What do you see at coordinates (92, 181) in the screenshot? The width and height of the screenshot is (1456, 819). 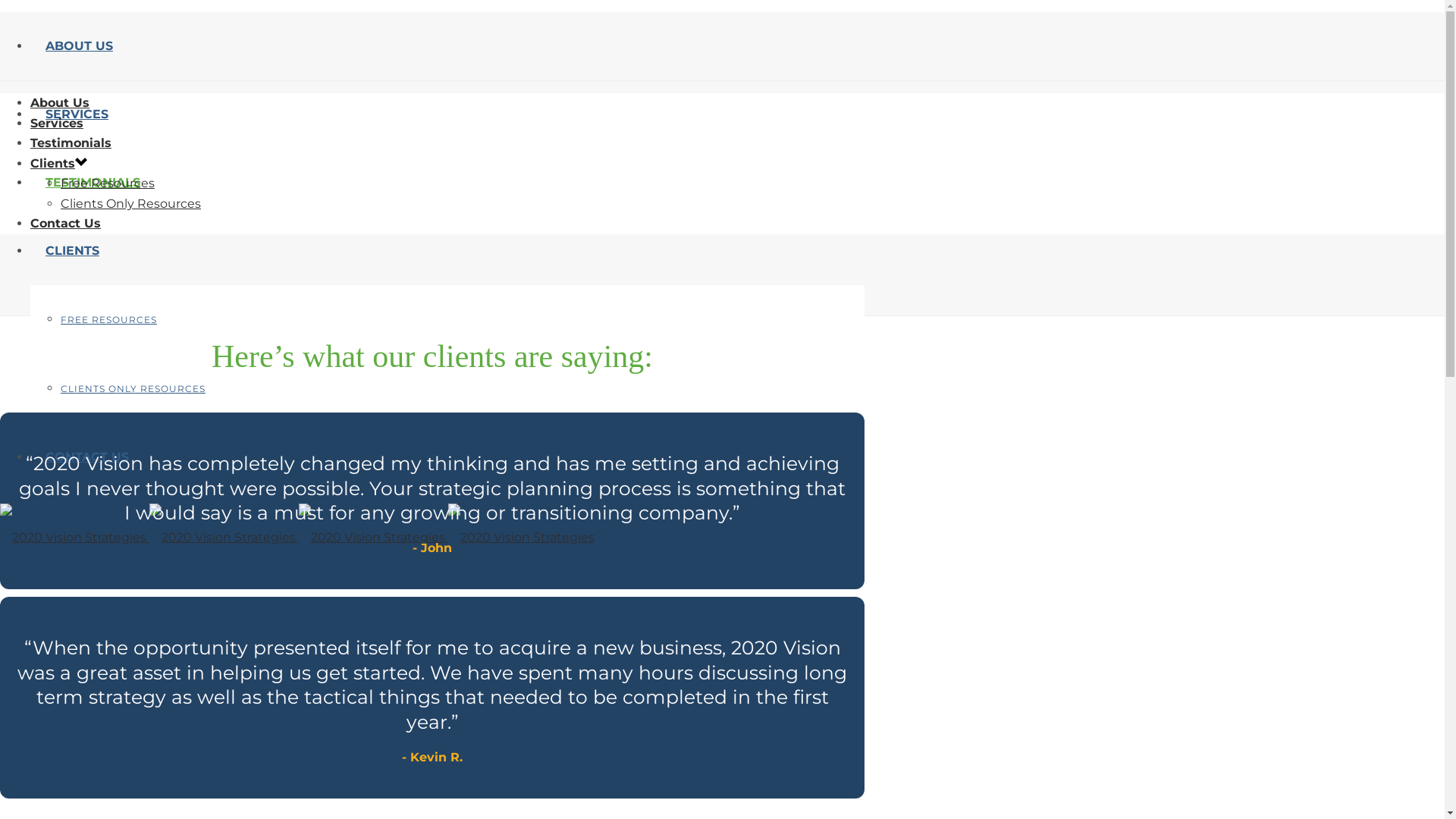 I see `'TESTIMONIALS'` at bounding box center [92, 181].